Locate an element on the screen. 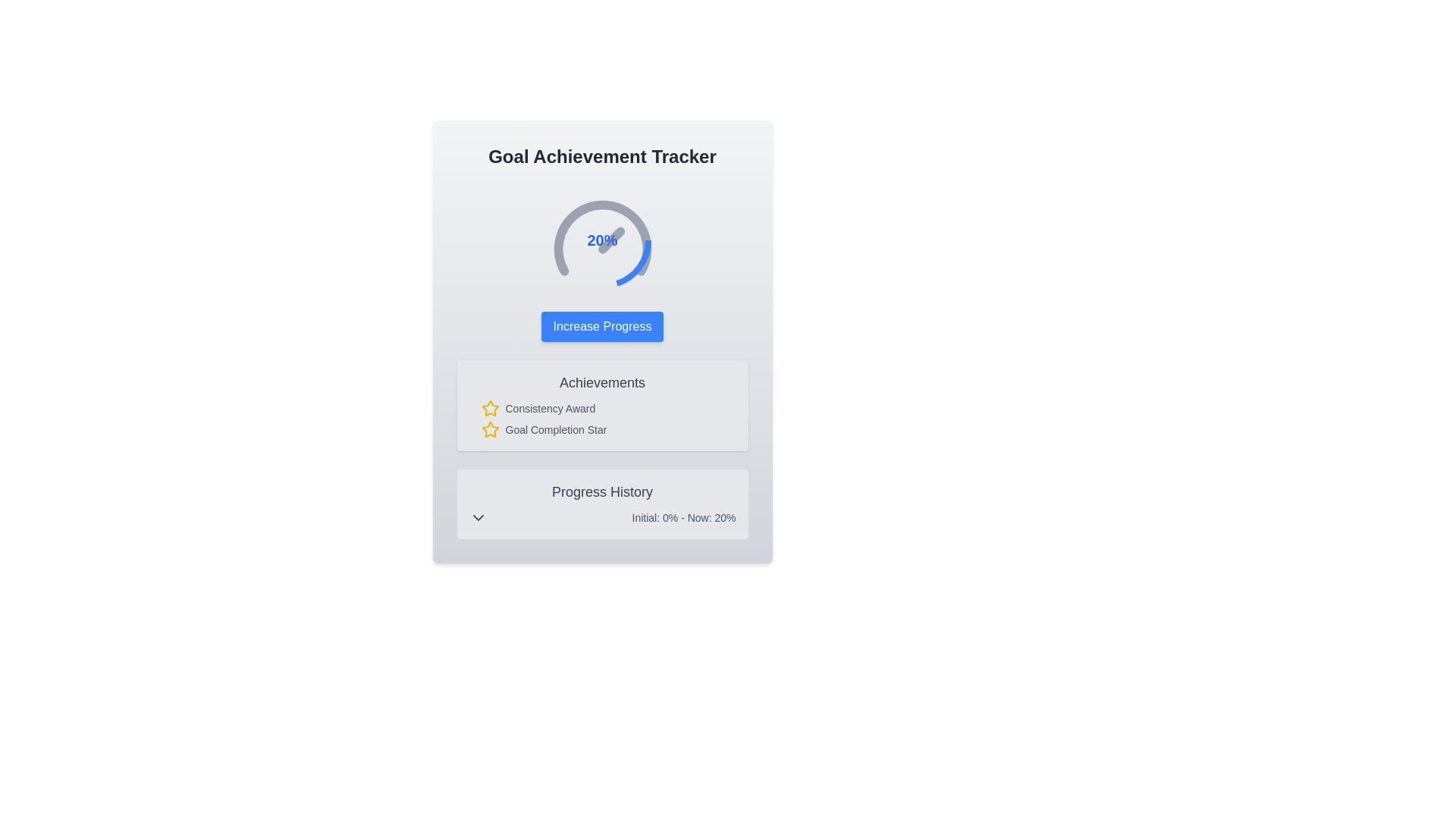  the first list item in the 'Achievements' section titled 'Consistency Award' is located at coordinates (601, 419).